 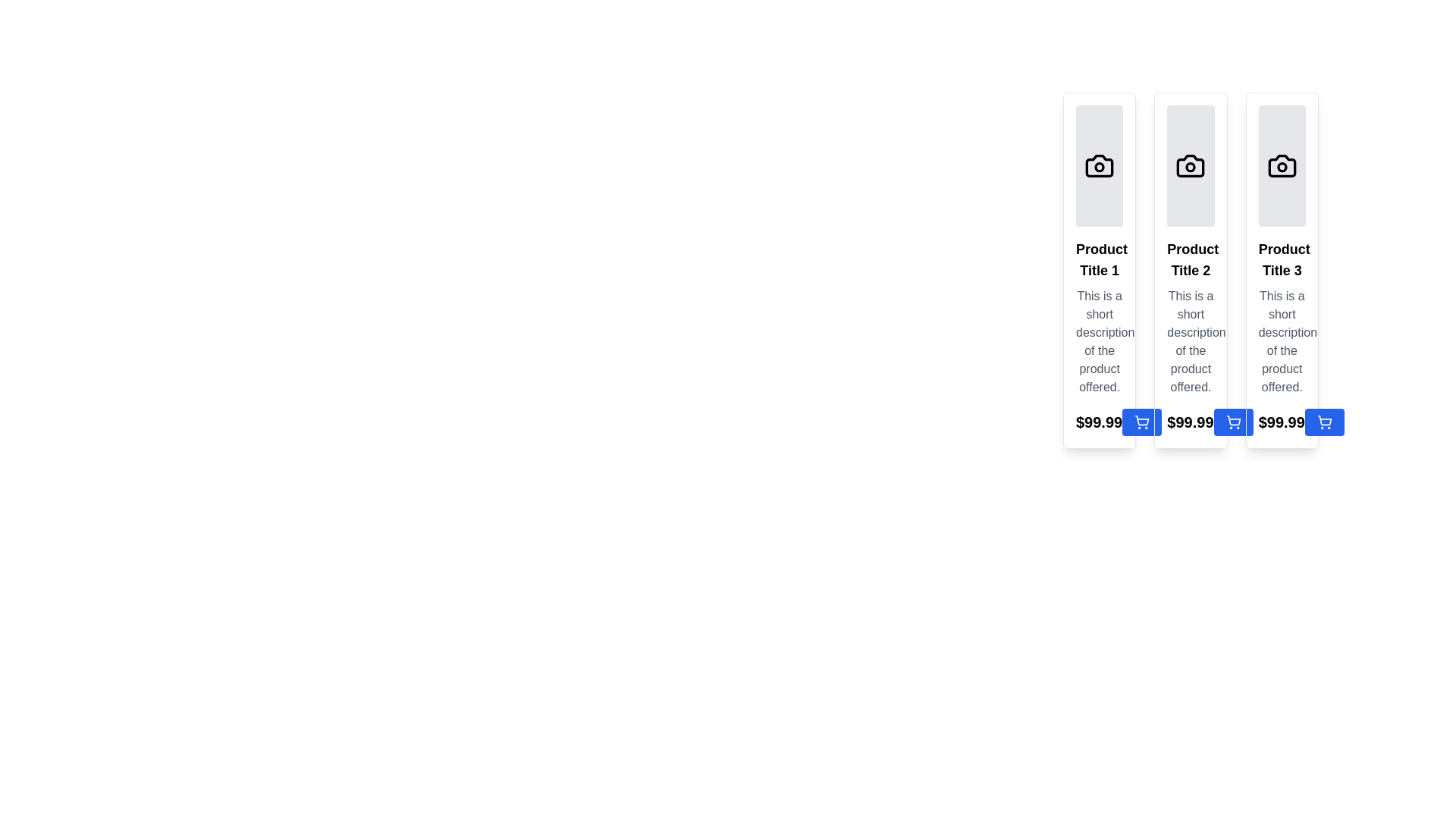 What do you see at coordinates (1281, 259) in the screenshot?
I see `the text label displaying 'Product Title 3' to potentially reveal additional information` at bounding box center [1281, 259].